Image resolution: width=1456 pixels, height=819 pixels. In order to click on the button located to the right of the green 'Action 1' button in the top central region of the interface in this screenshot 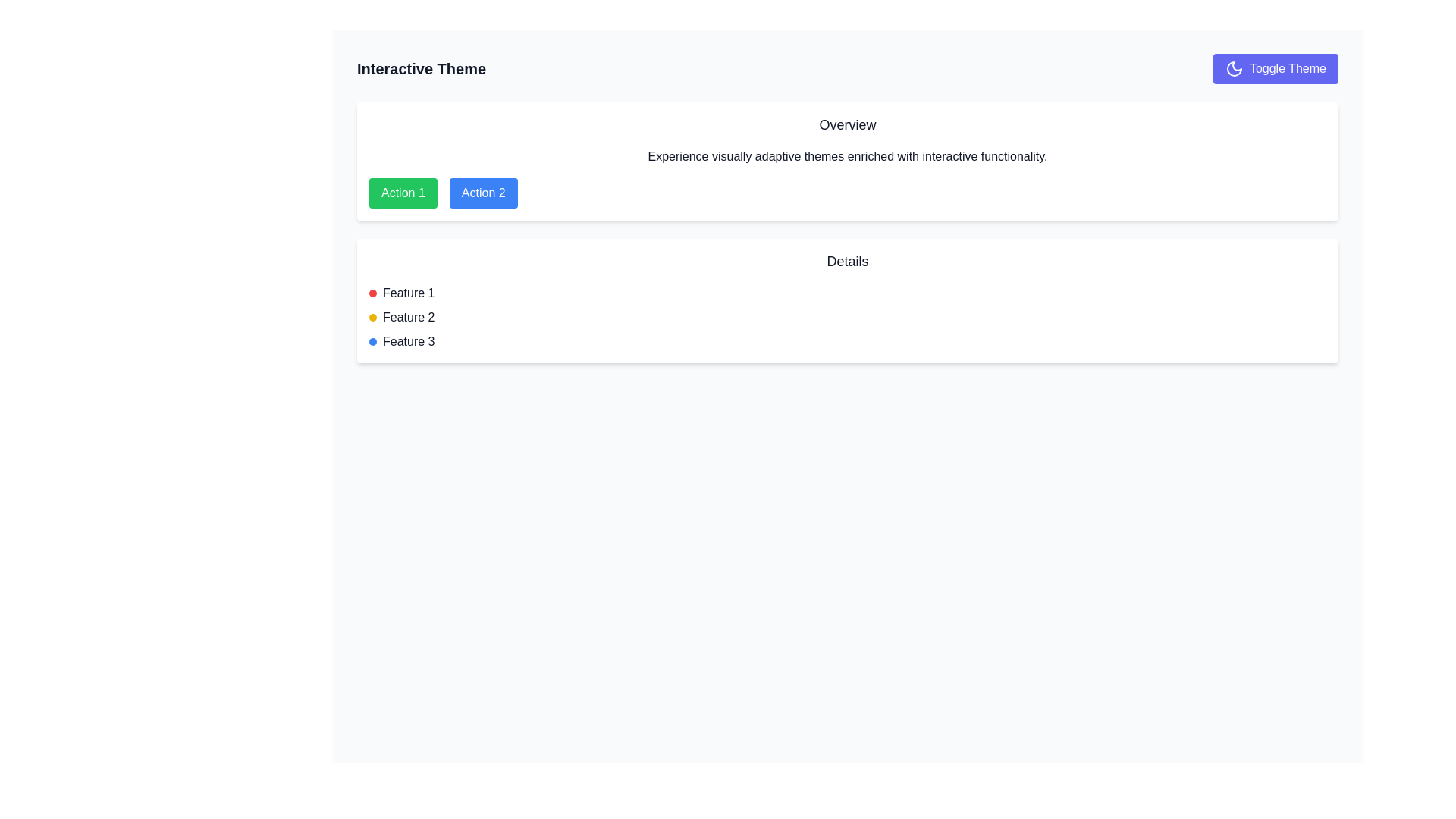, I will do `click(482, 192)`.